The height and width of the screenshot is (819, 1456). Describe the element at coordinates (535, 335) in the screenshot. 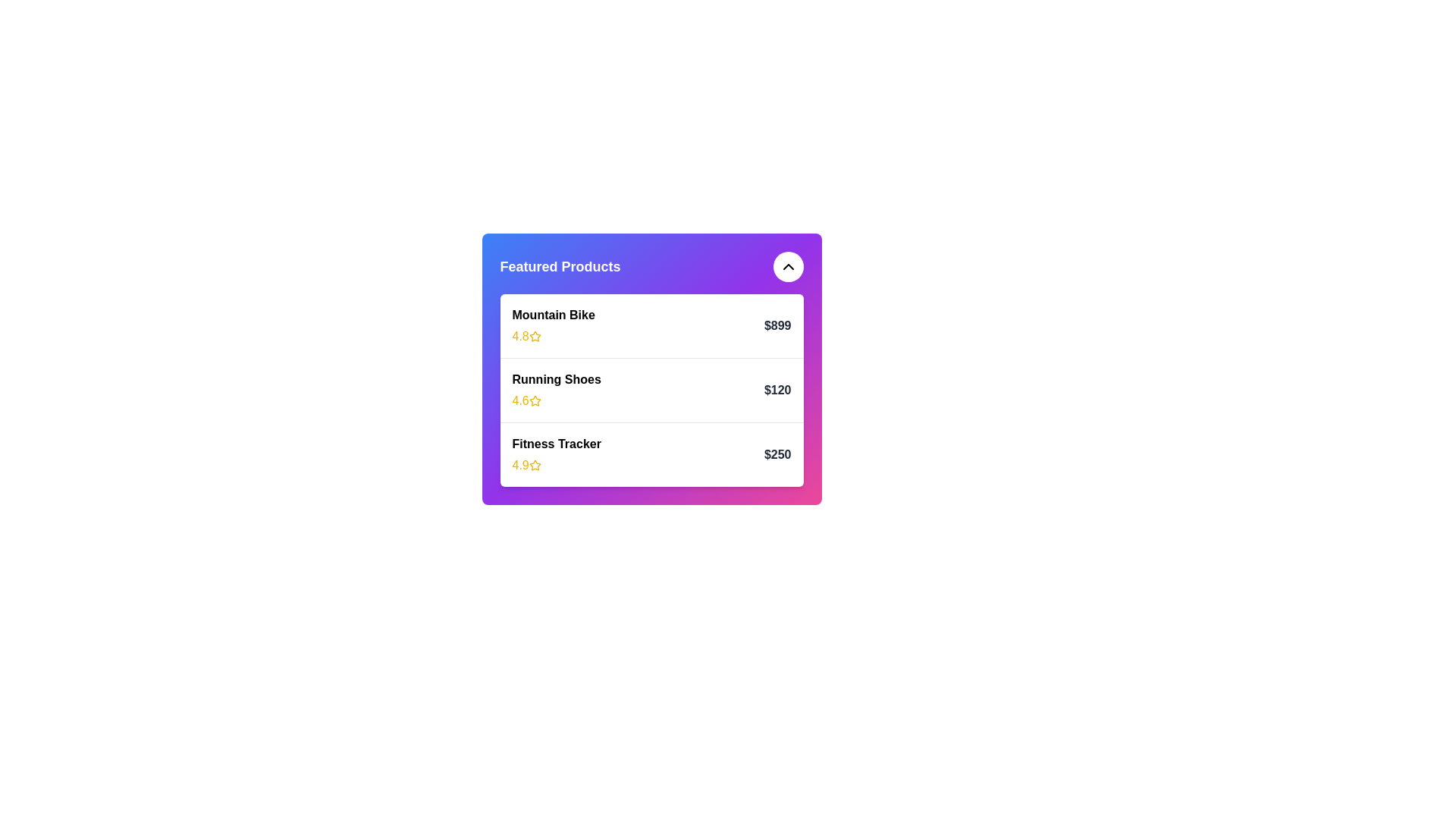

I see `the star icon representing the rating for the 'Mountain Bike' product, located to the right of the text '4.8' in the first row of the list` at that location.